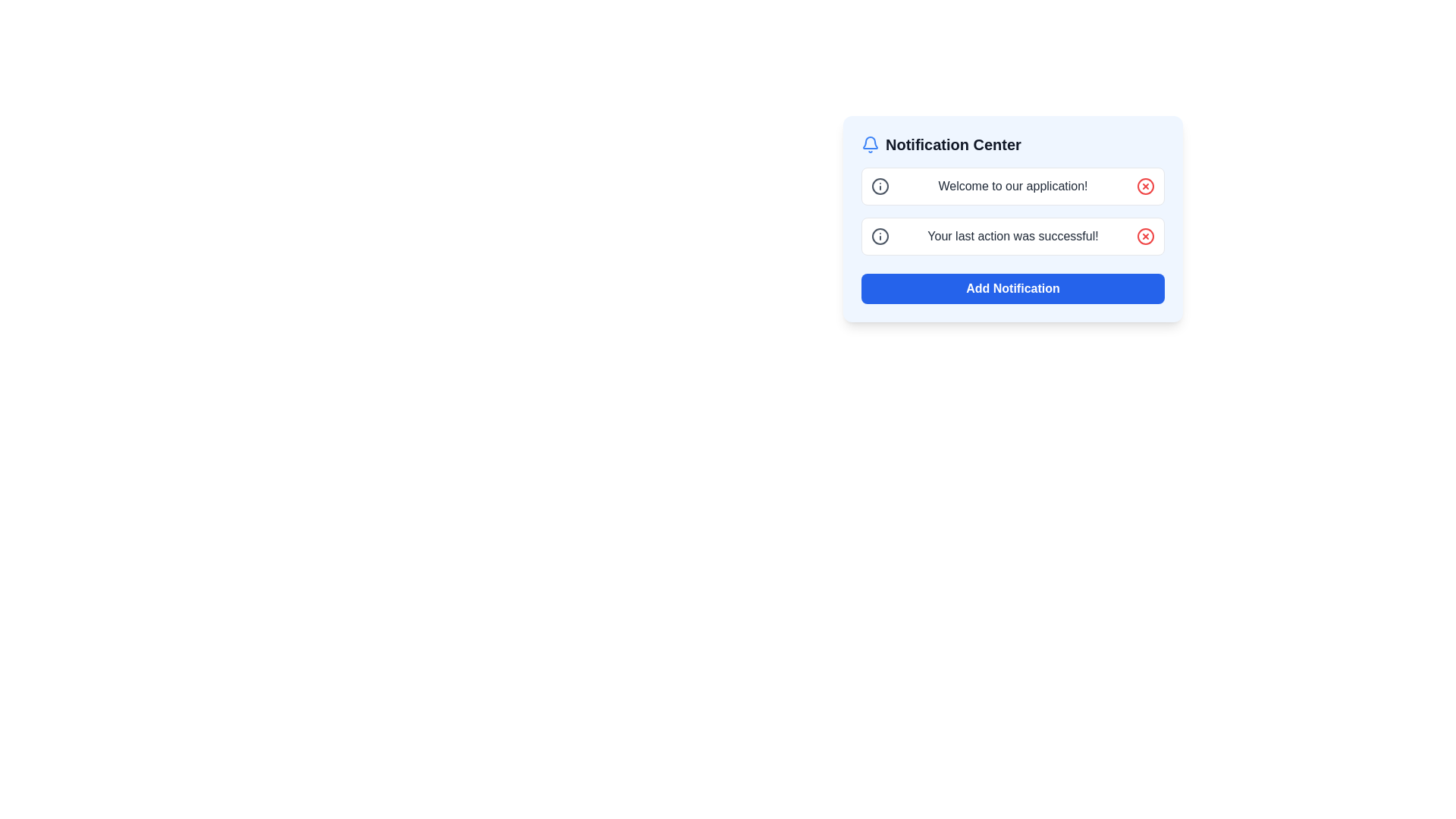 This screenshot has height=819, width=1456. Describe the element at coordinates (952, 145) in the screenshot. I see `the 'Notification Center' label which is a bold, gray text label located in the header section of the notification panel, positioned to the right of a bell icon` at that location.